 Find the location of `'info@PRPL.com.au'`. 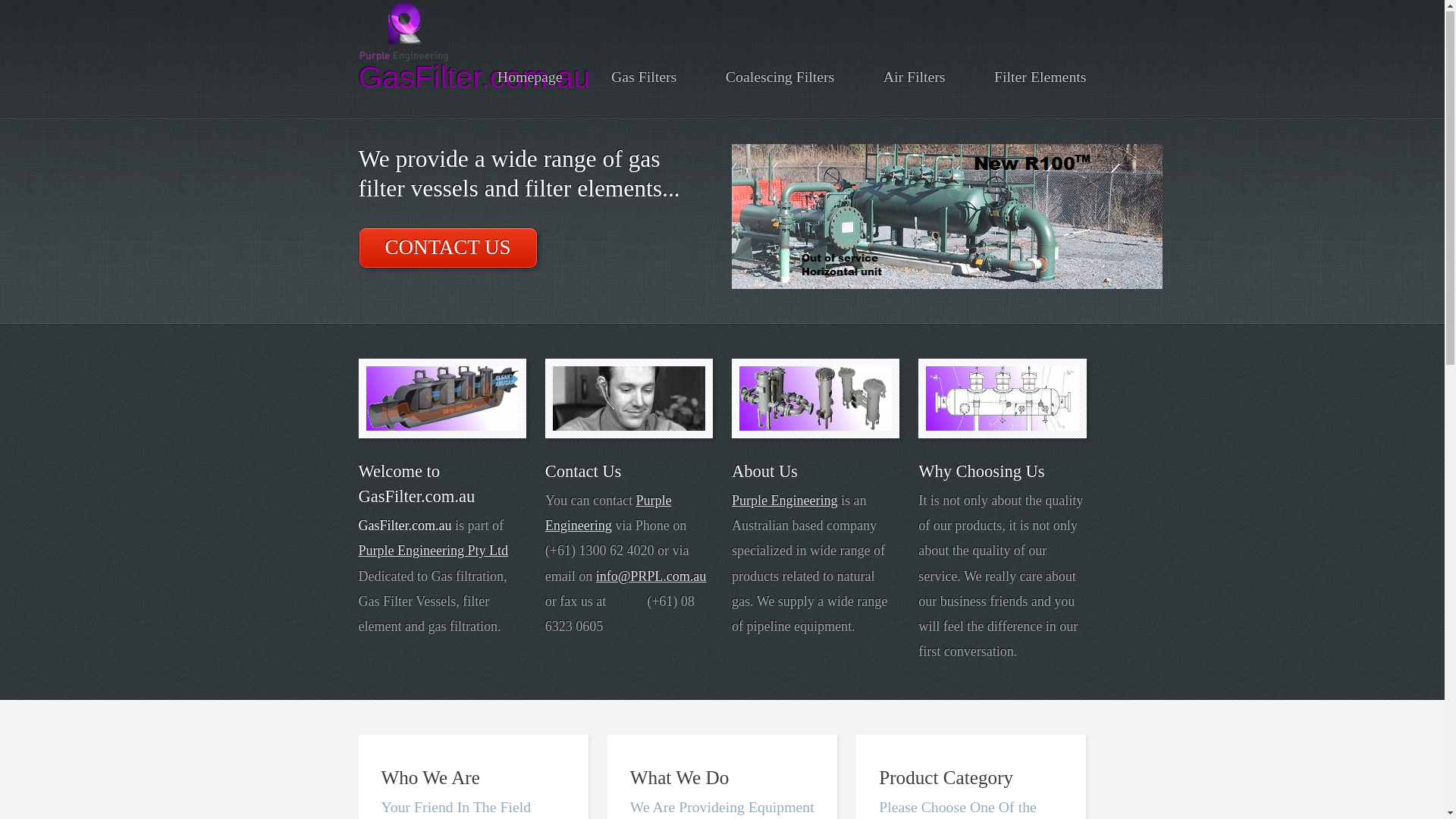

'info@PRPL.com.au' is located at coordinates (595, 576).